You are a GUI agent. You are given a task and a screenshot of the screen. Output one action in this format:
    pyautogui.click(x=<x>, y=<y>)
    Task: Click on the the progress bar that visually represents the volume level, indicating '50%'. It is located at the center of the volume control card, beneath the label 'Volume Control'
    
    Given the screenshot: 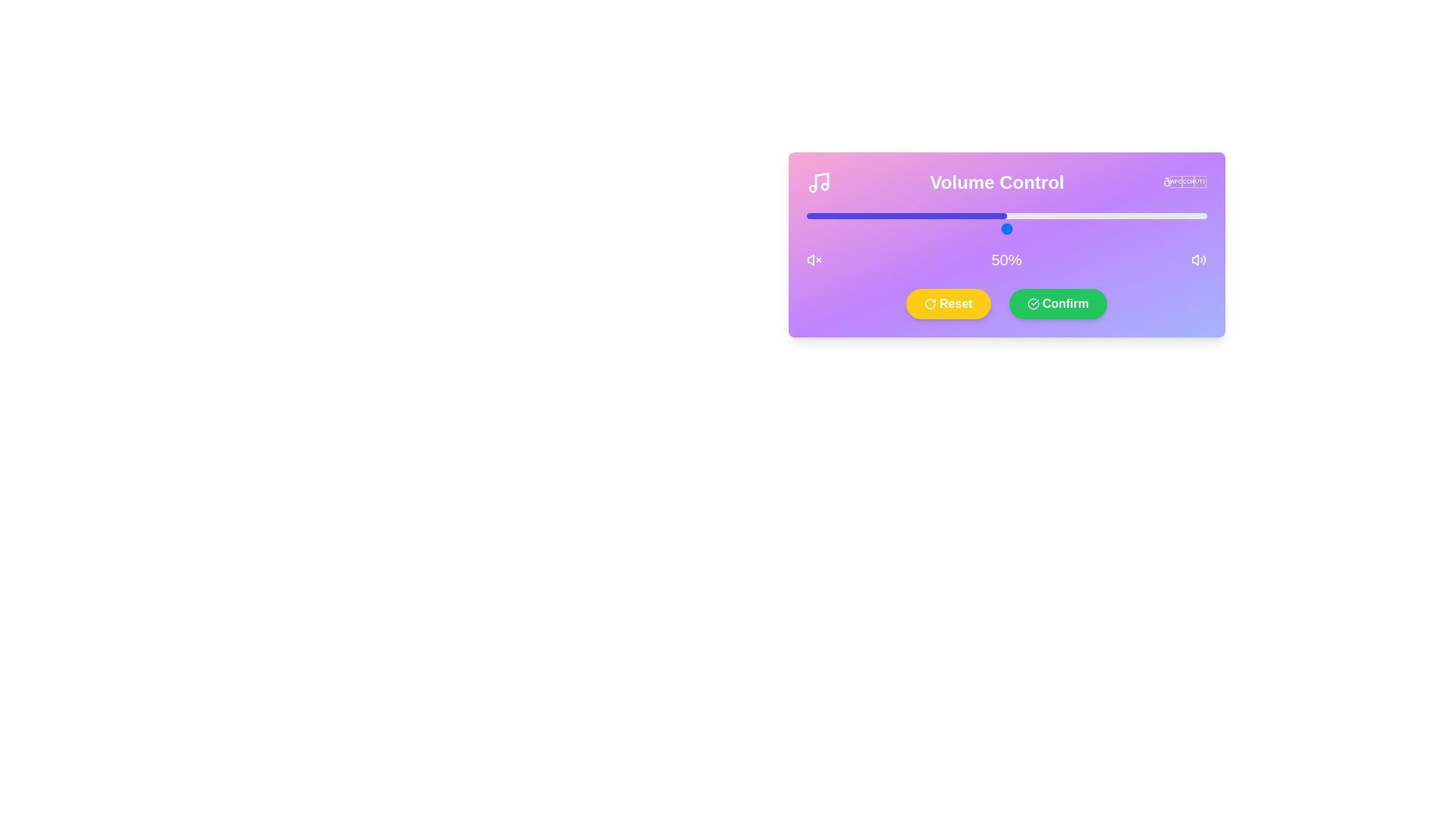 What is the action you would take?
    pyautogui.click(x=1006, y=216)
    